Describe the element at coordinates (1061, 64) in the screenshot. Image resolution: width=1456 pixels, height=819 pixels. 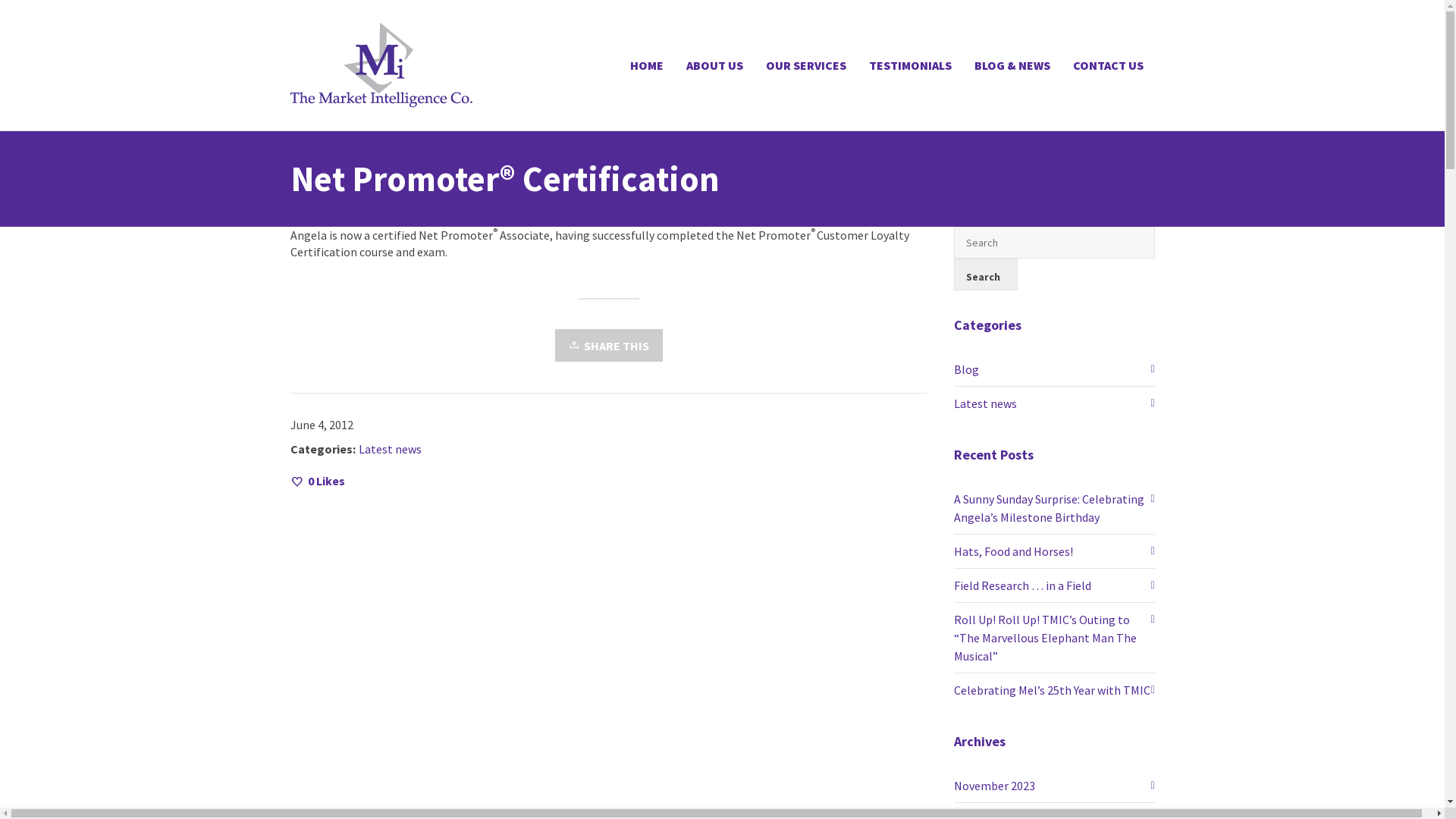
I see `'CONTACT US'` at that location.